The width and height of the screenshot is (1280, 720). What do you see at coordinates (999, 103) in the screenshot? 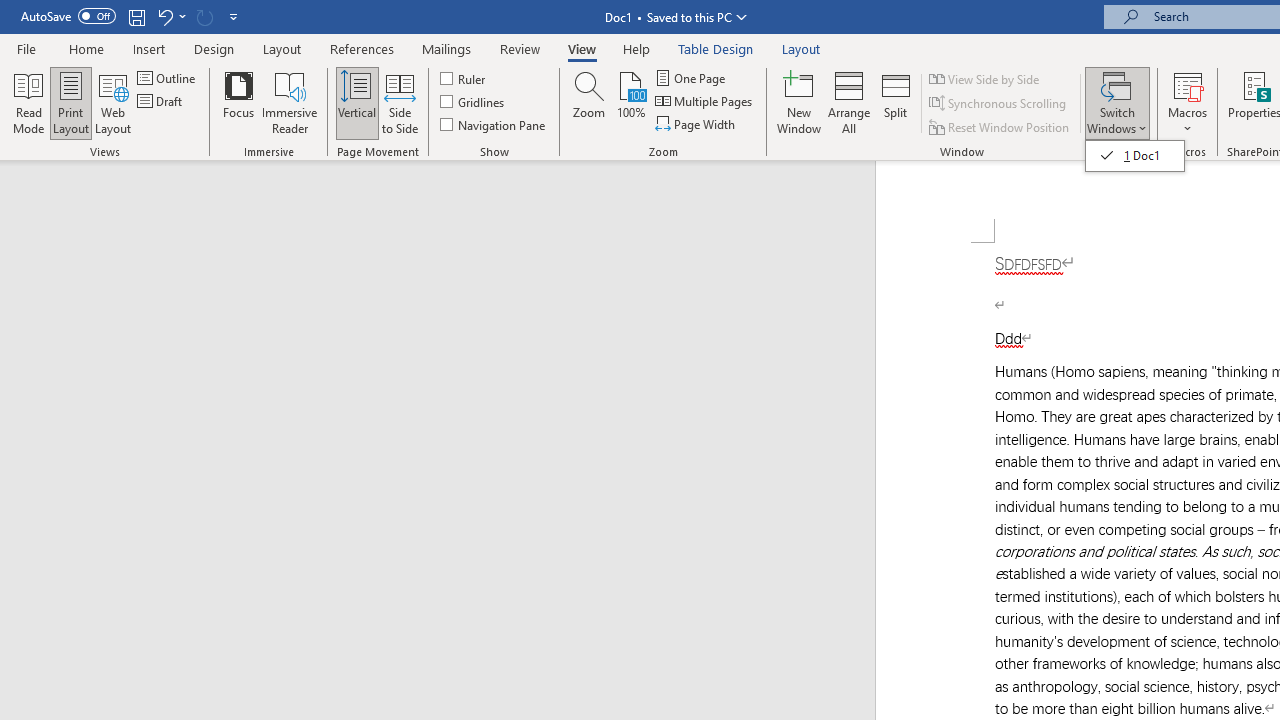
I see `'Synchronous Scrolling'` at bounding box center [999, 103].